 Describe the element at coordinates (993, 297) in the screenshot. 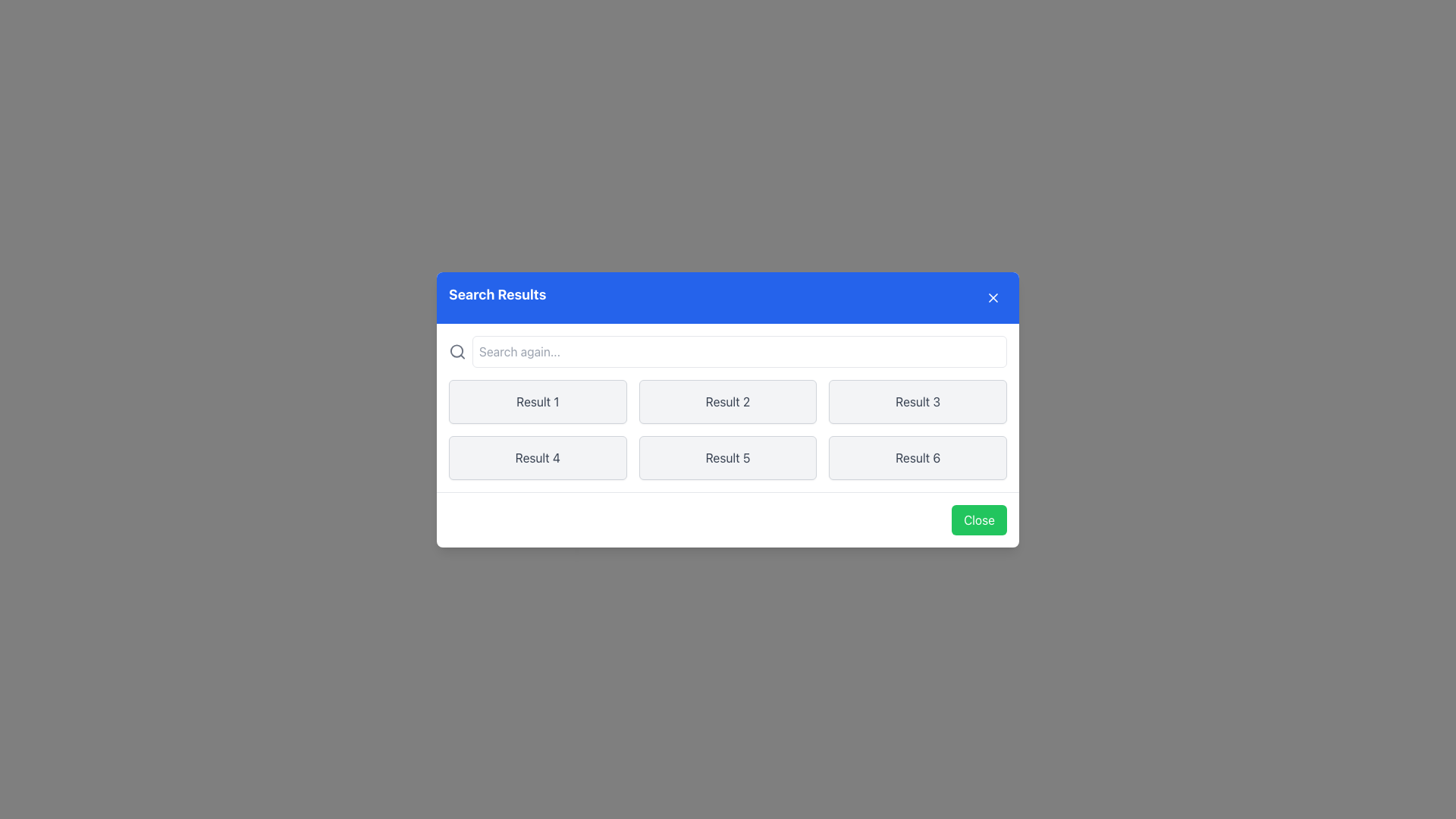

I see `the small rounded icon styled as a cross ('X') in the top-right corner of the blue header bar of the modal window` at that location.